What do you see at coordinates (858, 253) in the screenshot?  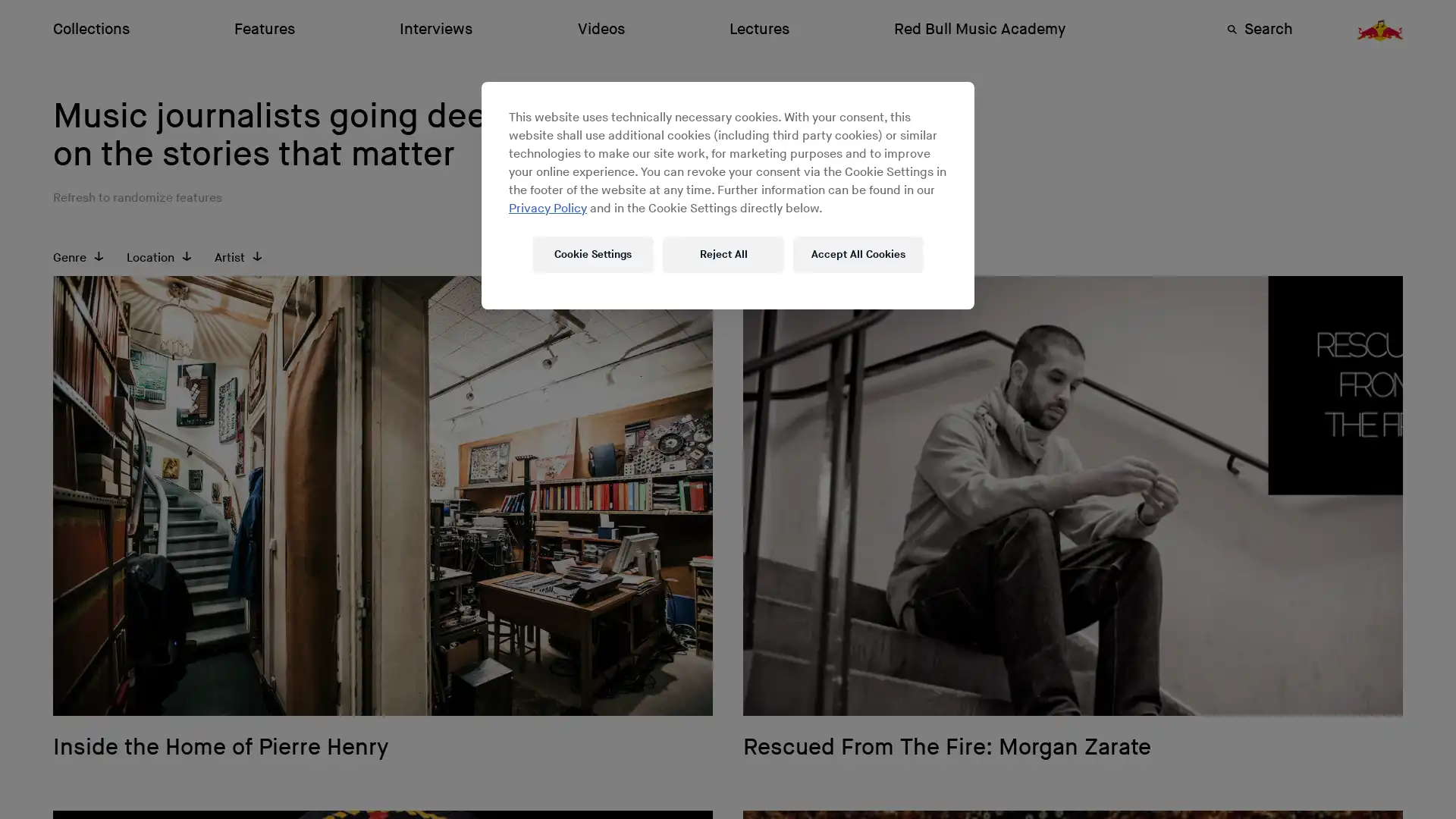 I see `Accept All Cookies` at bounding box center [858, 253].